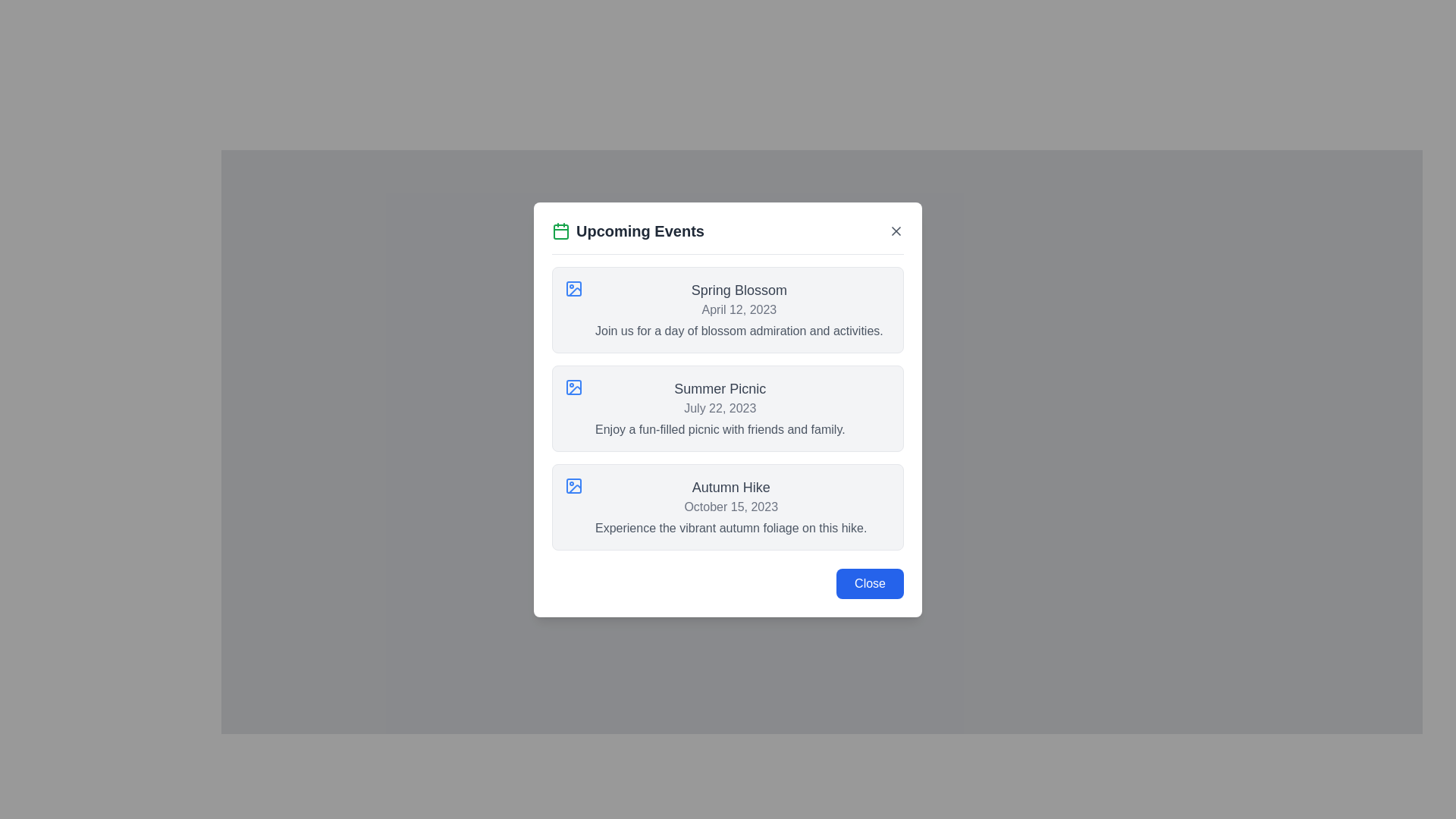 The height and width of the screenshot is (819, 1456). Describe the element at coordinates (628, 231) in the screenshot. I see `the bold title text labeled 'Upcoming Events' with a green calendar icon, positioned at the top-left of the modal dialog's section header` at that location.